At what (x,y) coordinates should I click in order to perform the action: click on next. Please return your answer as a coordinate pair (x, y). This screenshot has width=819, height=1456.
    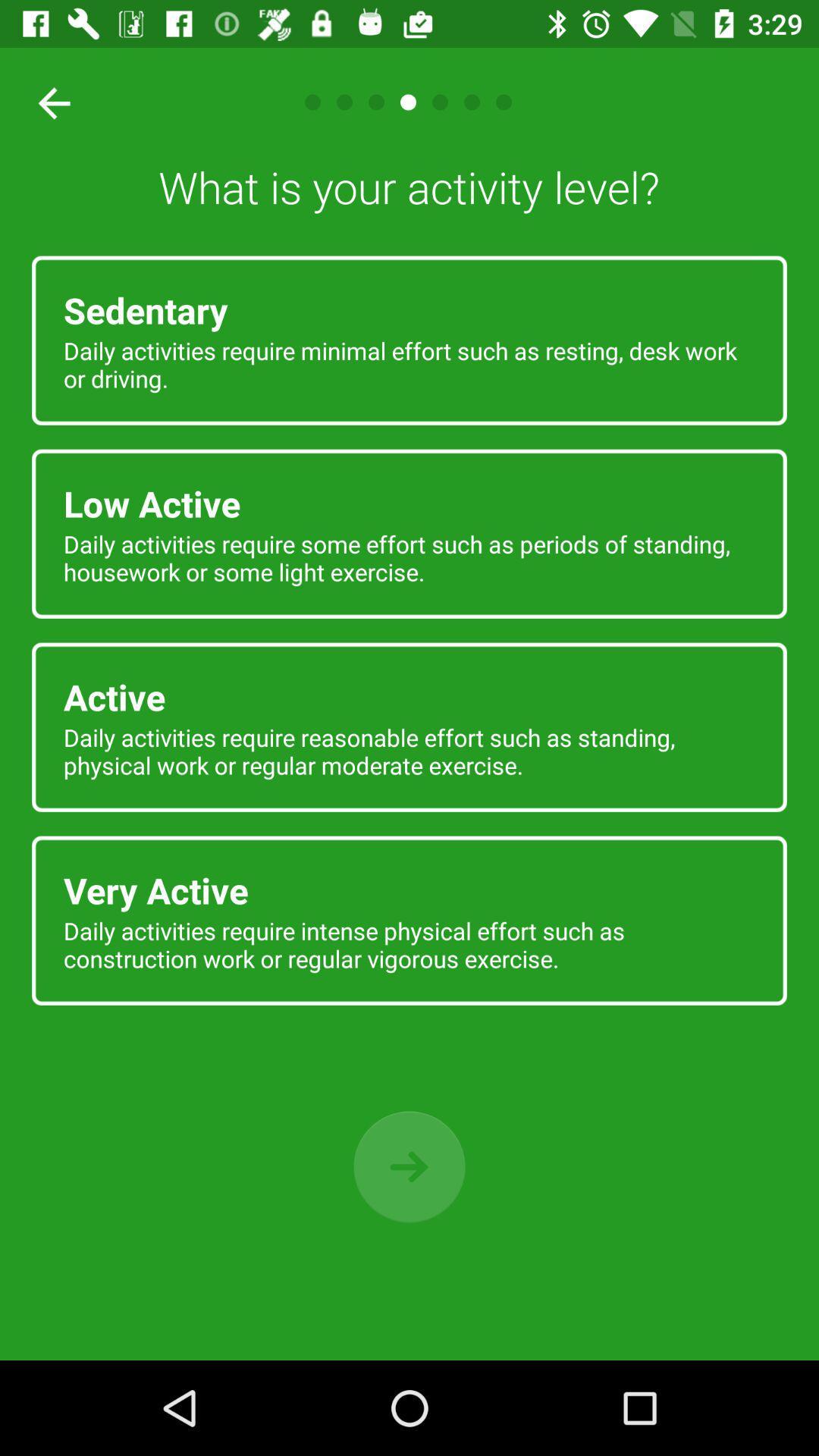
    Looking at the image, I should click on (409, 1166).